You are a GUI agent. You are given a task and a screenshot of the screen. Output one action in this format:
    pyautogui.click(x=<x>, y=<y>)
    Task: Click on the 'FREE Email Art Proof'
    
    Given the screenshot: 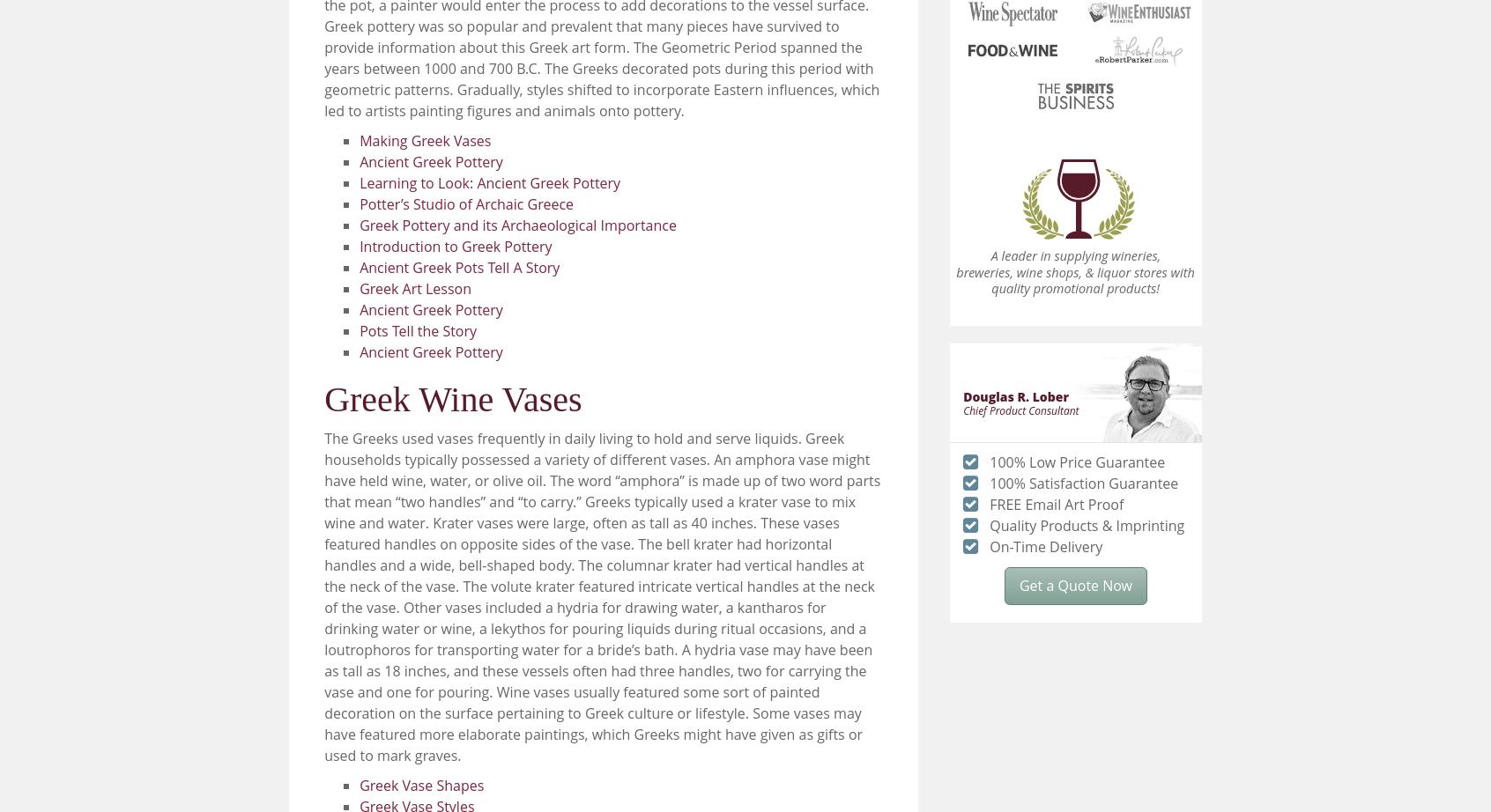 What is the action you would take?
    pyautogui.click(x=1055, y=504)
    